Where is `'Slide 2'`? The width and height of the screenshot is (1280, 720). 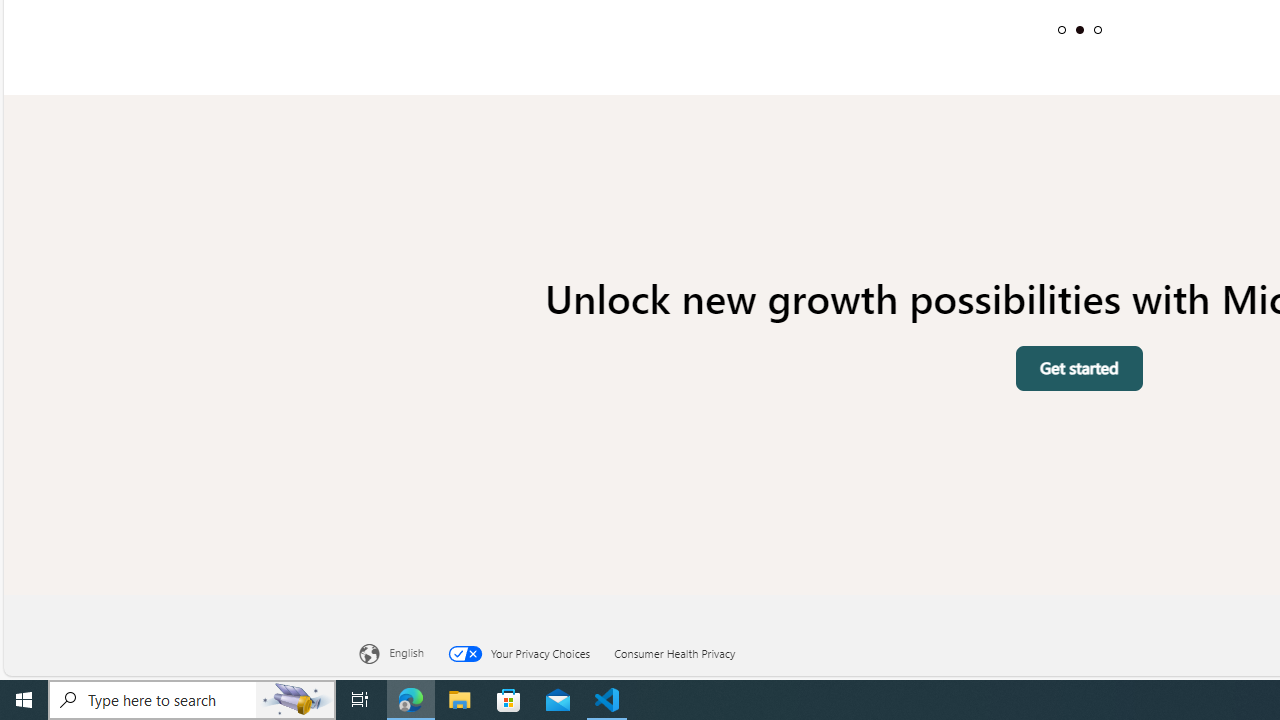
'Slide 2' is located at coordinates (1078, 29).